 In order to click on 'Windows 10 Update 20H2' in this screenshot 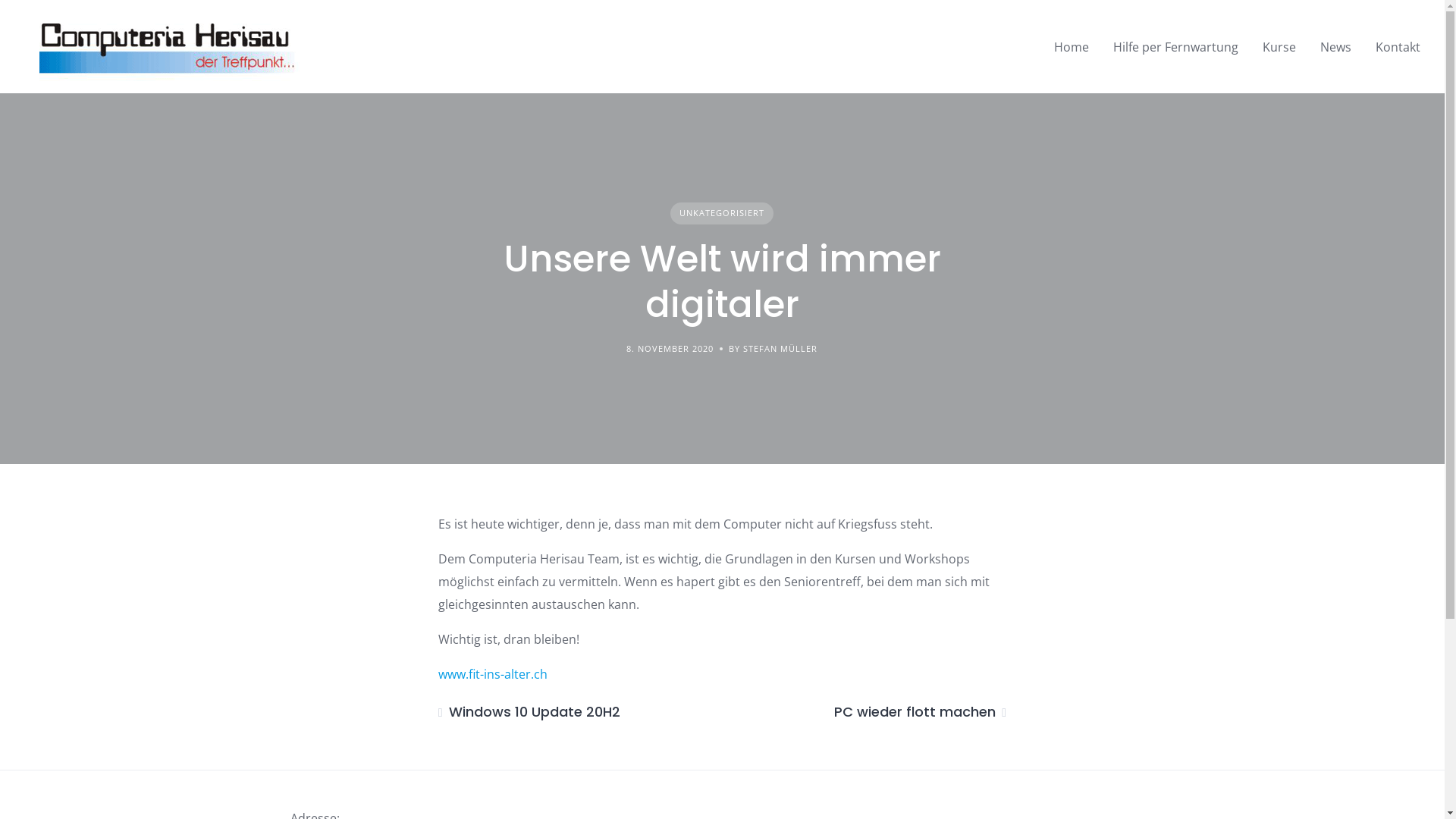, I will do `click(437, 711)`.